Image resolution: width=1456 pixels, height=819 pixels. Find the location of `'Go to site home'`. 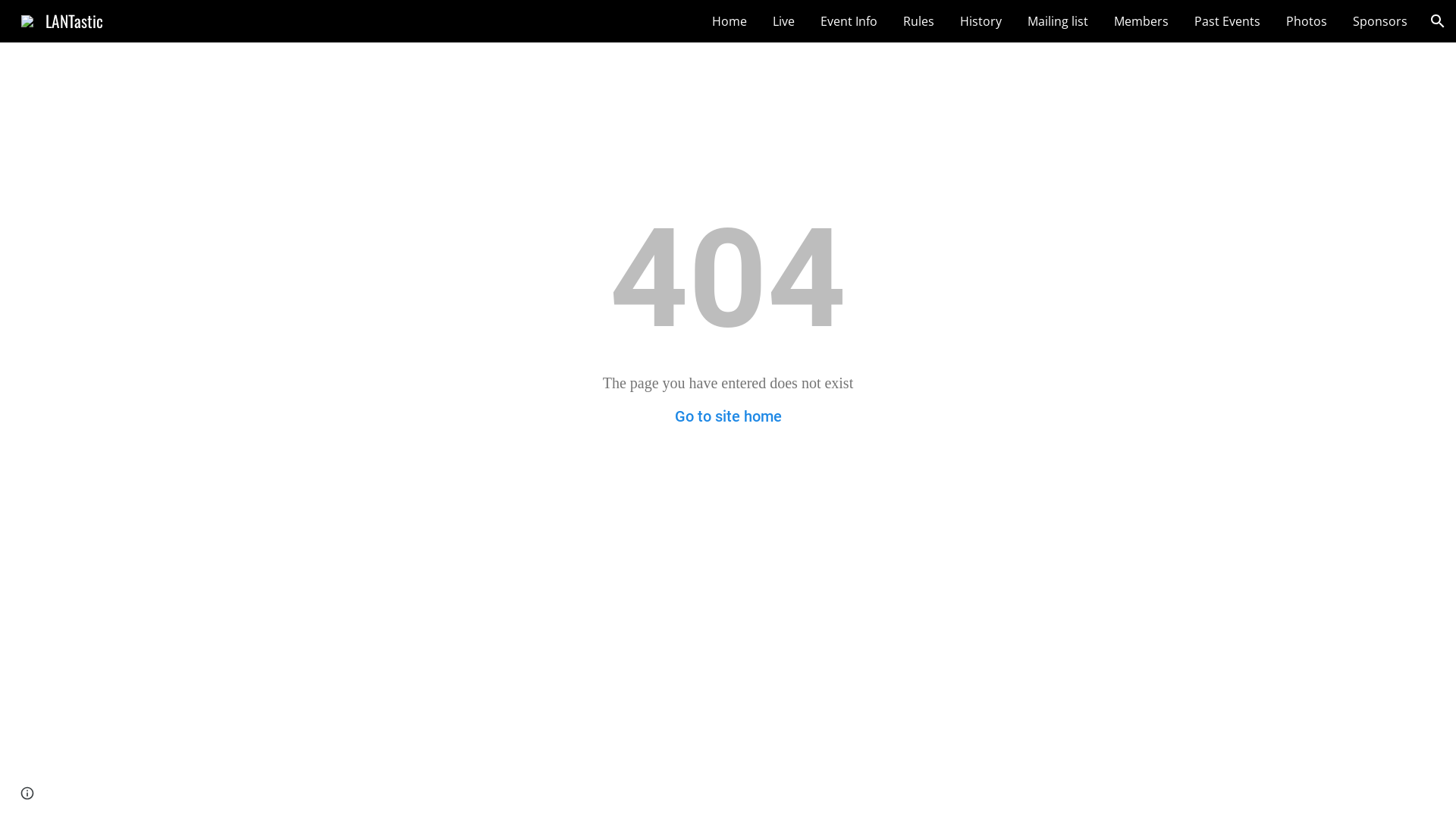

'Go to site home' is located at coordinates (728, 416).